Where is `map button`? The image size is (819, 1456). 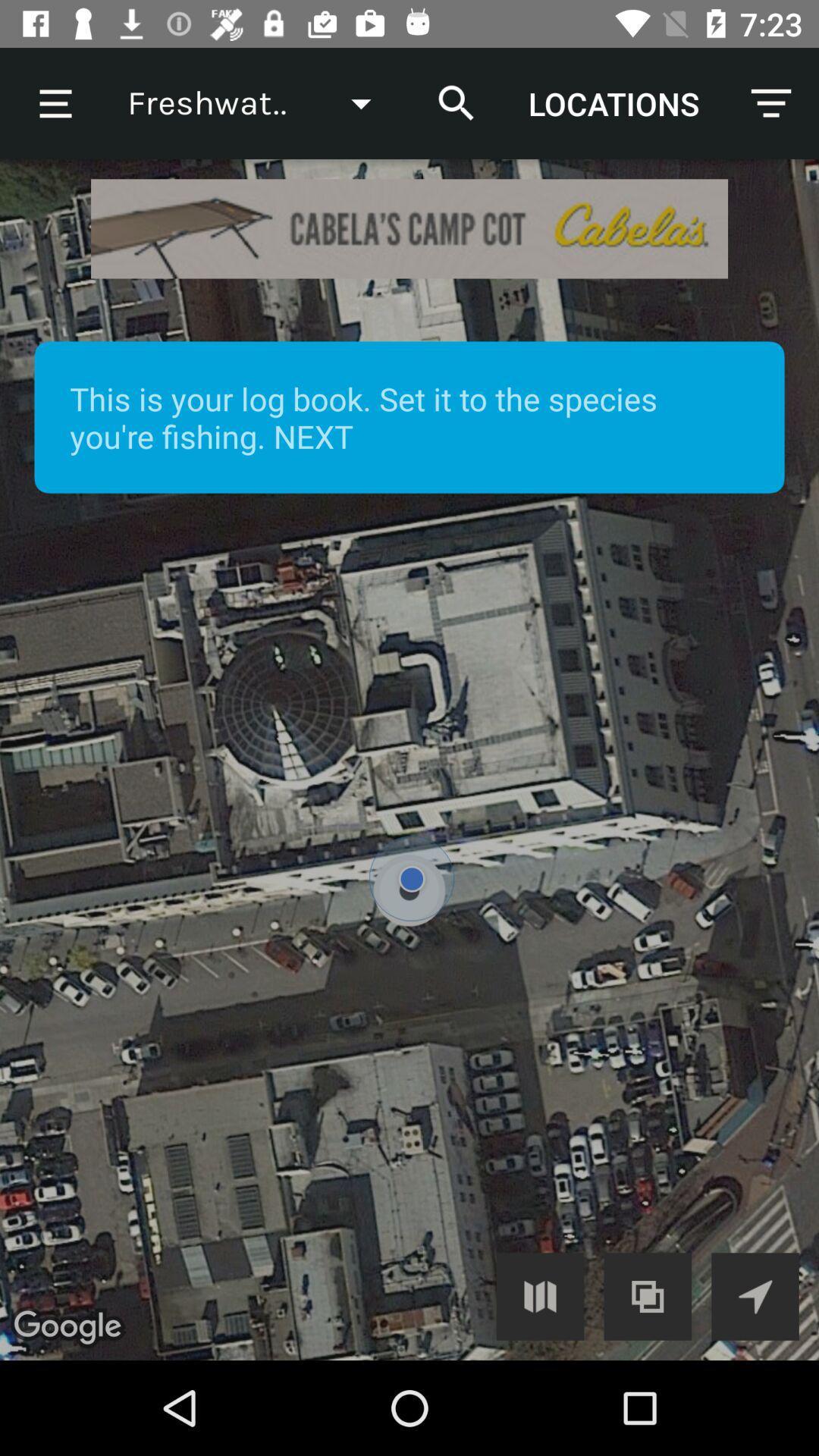
map button is located at coordinates (539, 1295).